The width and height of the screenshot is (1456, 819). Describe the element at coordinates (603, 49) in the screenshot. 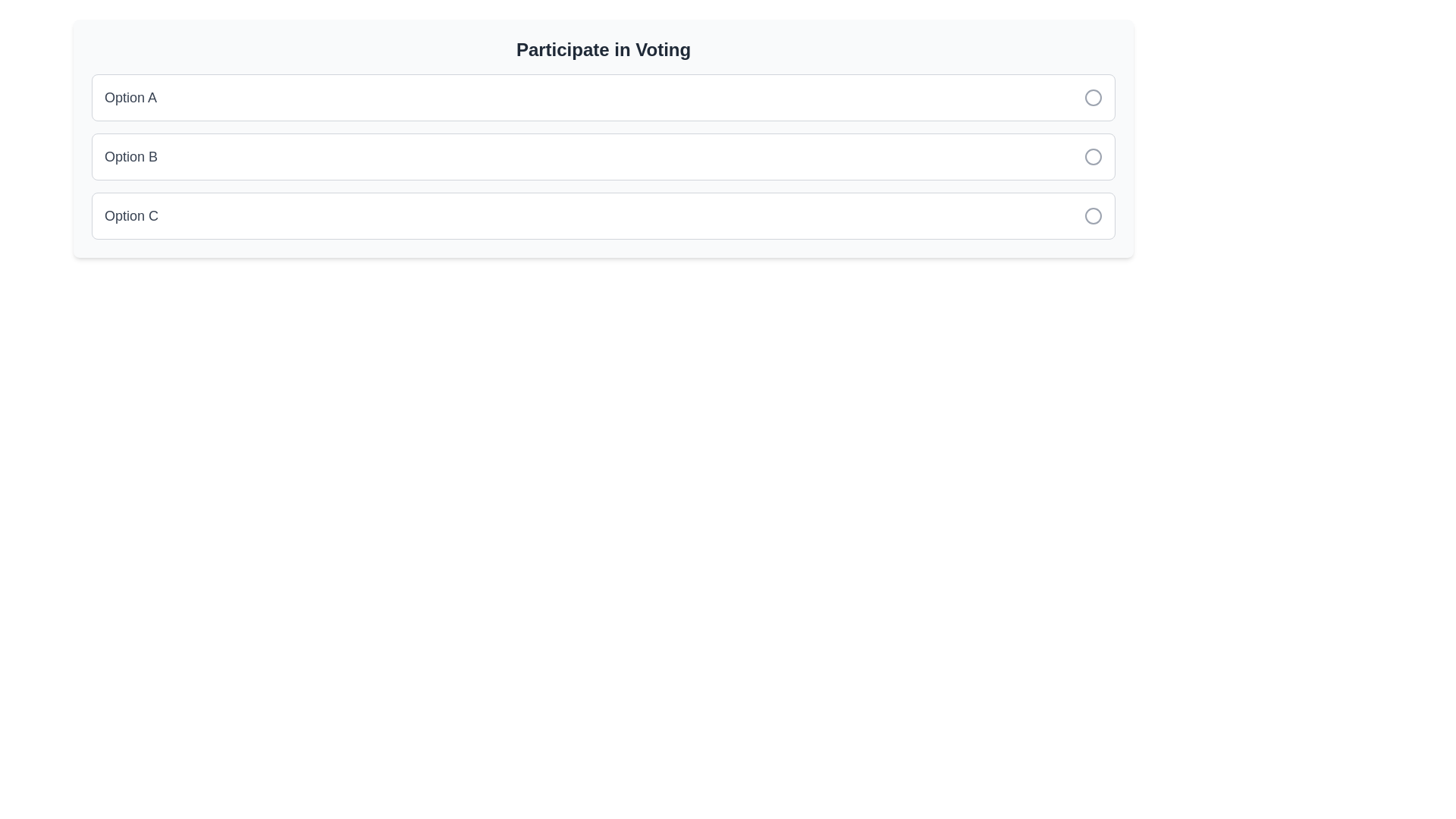

I see `the text block displaying 'Participate in Voting', which is a bold header at the top center of the panel` at that location.